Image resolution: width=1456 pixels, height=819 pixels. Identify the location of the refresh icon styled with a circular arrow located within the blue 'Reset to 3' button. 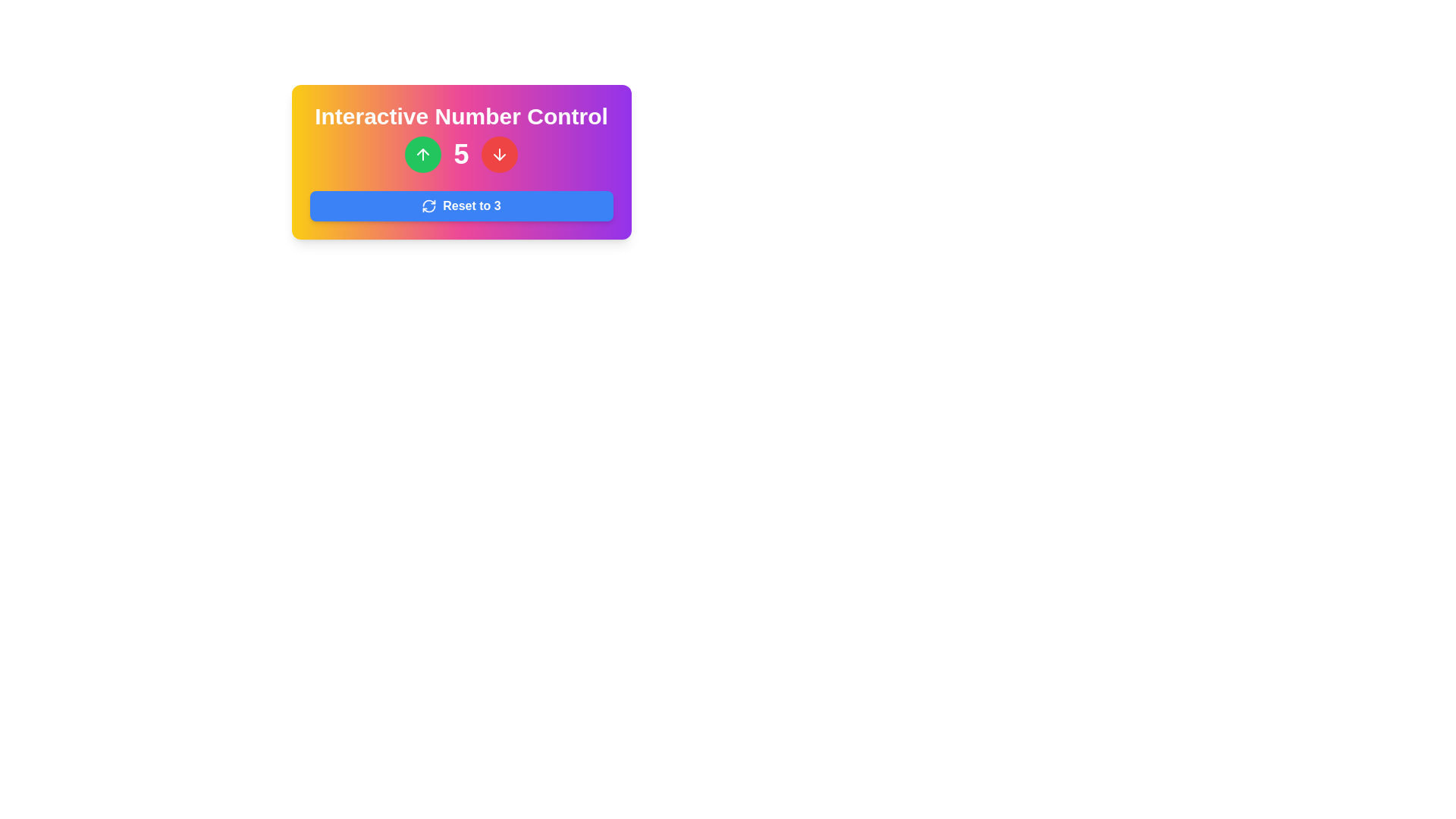
(428, 206).